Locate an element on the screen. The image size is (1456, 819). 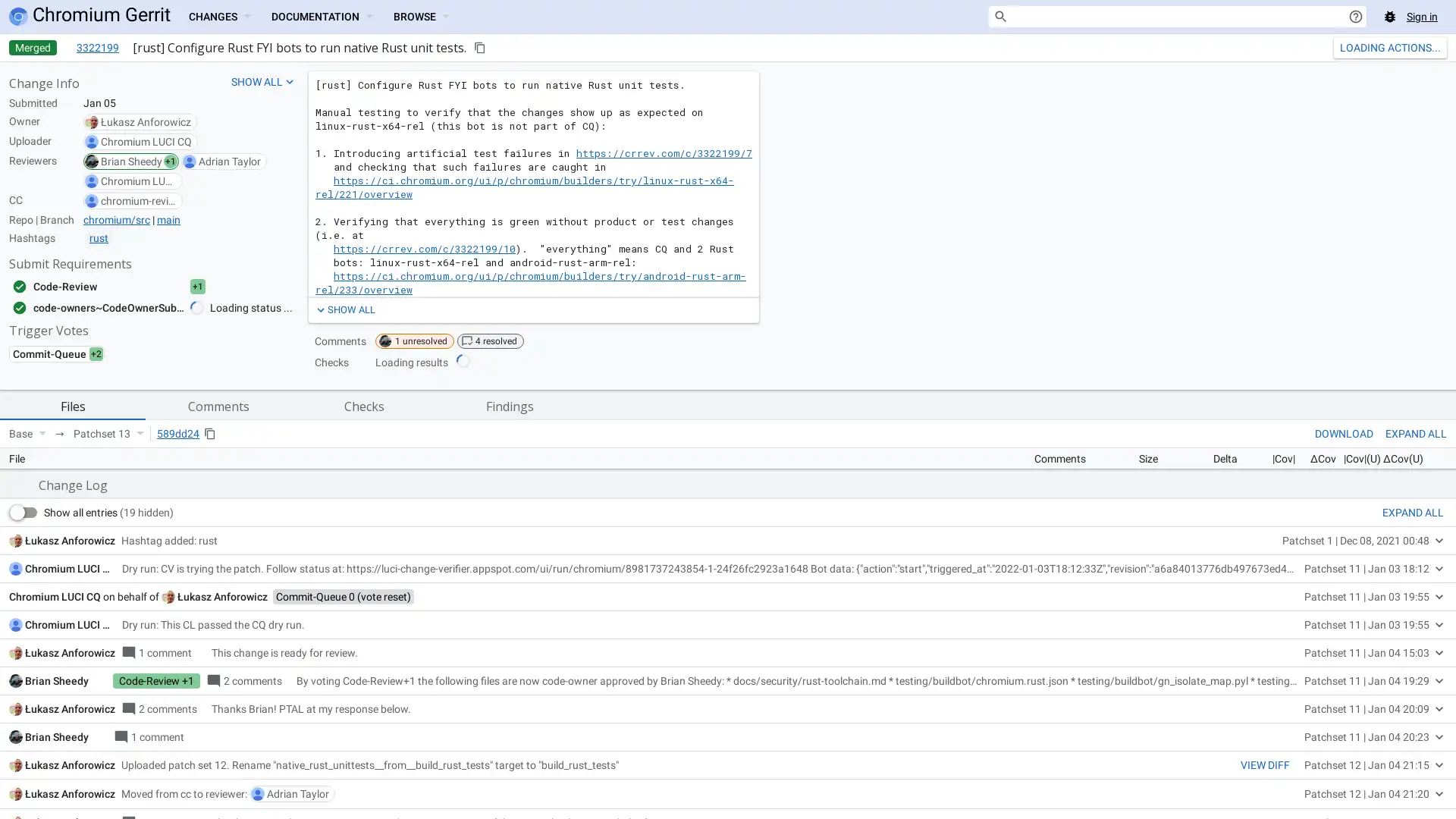
Base is located at coordinates (27, 433).